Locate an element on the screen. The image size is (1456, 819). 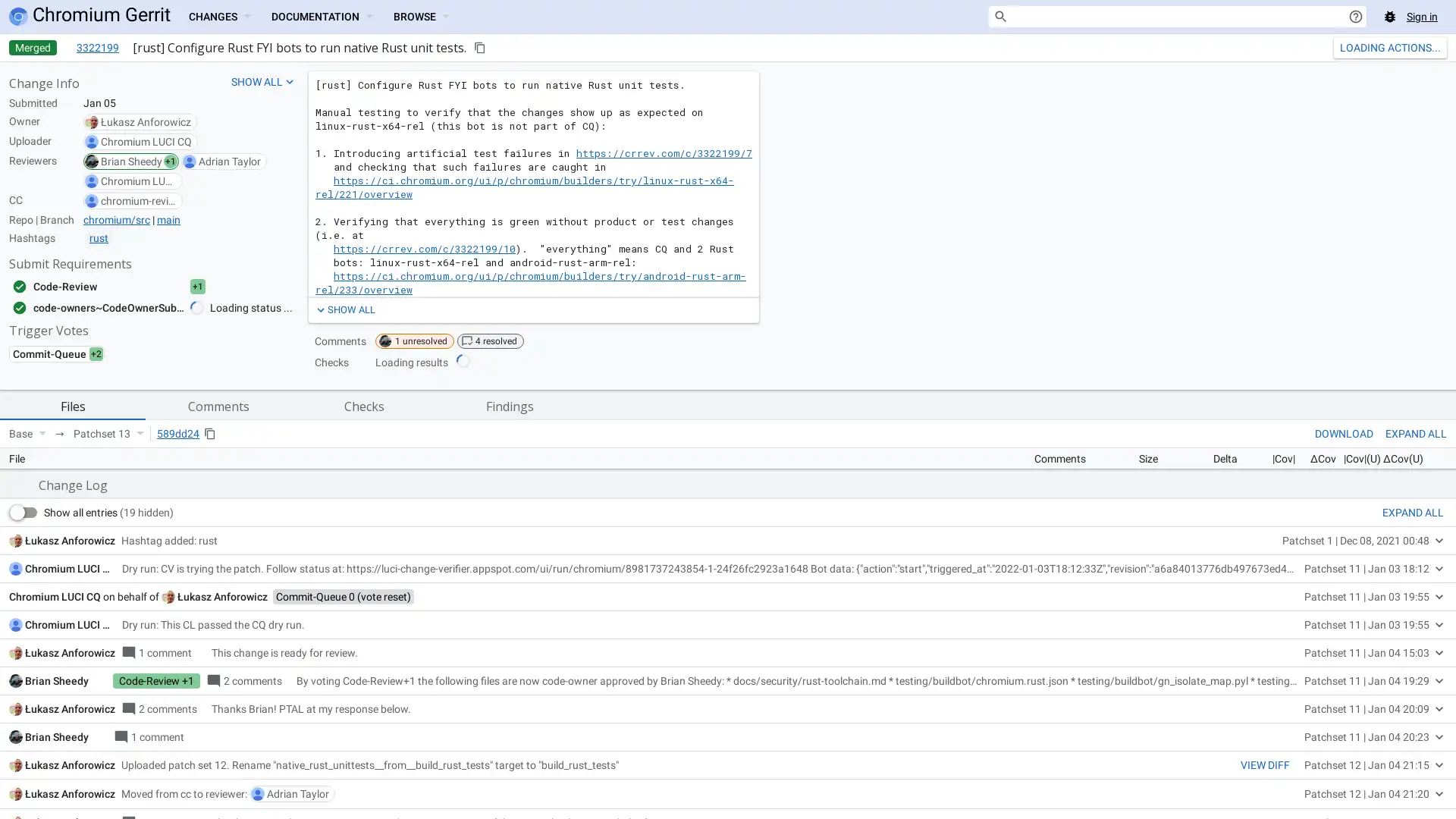
Base is located at coordinates (27, 433).